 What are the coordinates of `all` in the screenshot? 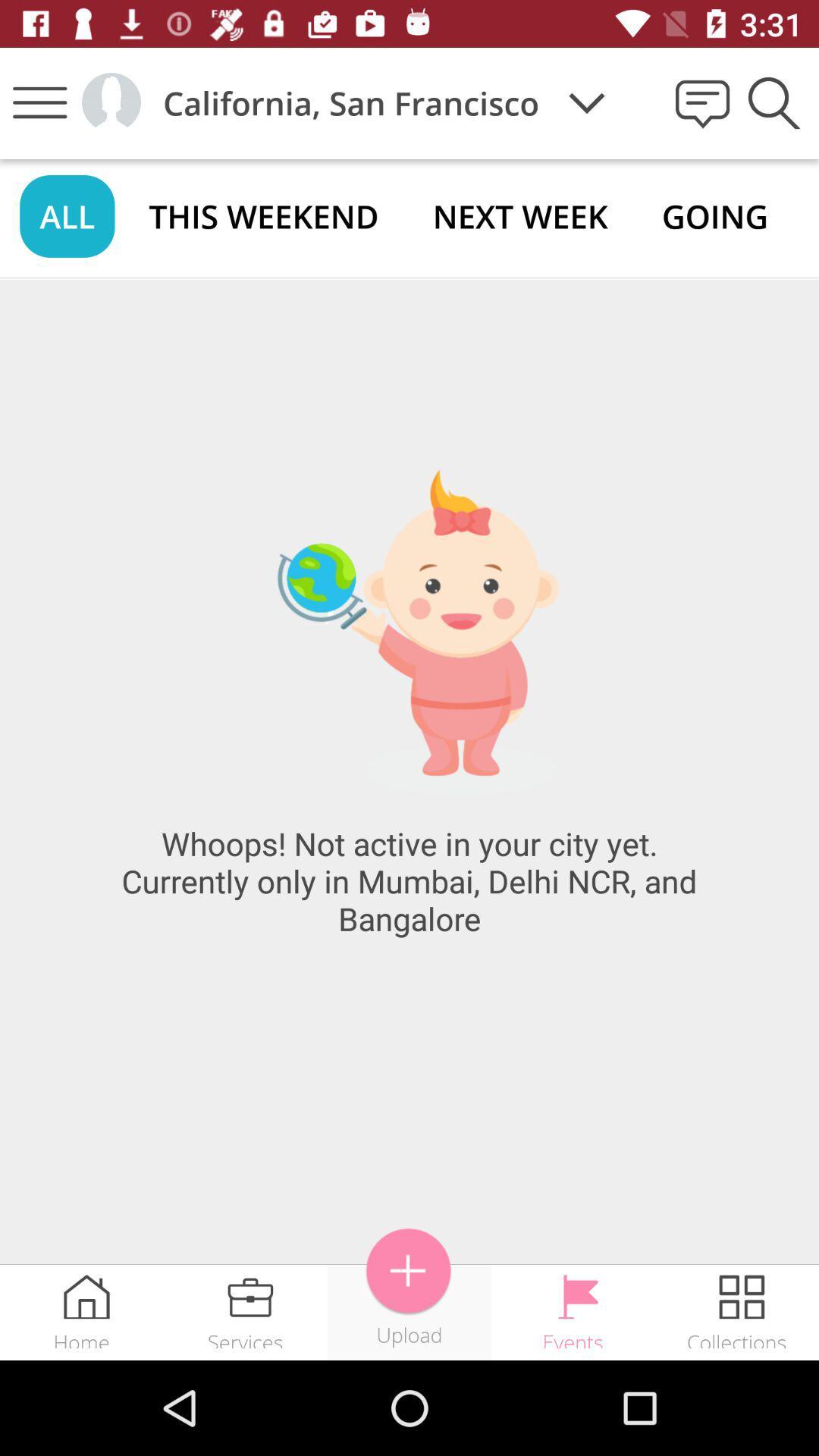 It's located at (66, 215).